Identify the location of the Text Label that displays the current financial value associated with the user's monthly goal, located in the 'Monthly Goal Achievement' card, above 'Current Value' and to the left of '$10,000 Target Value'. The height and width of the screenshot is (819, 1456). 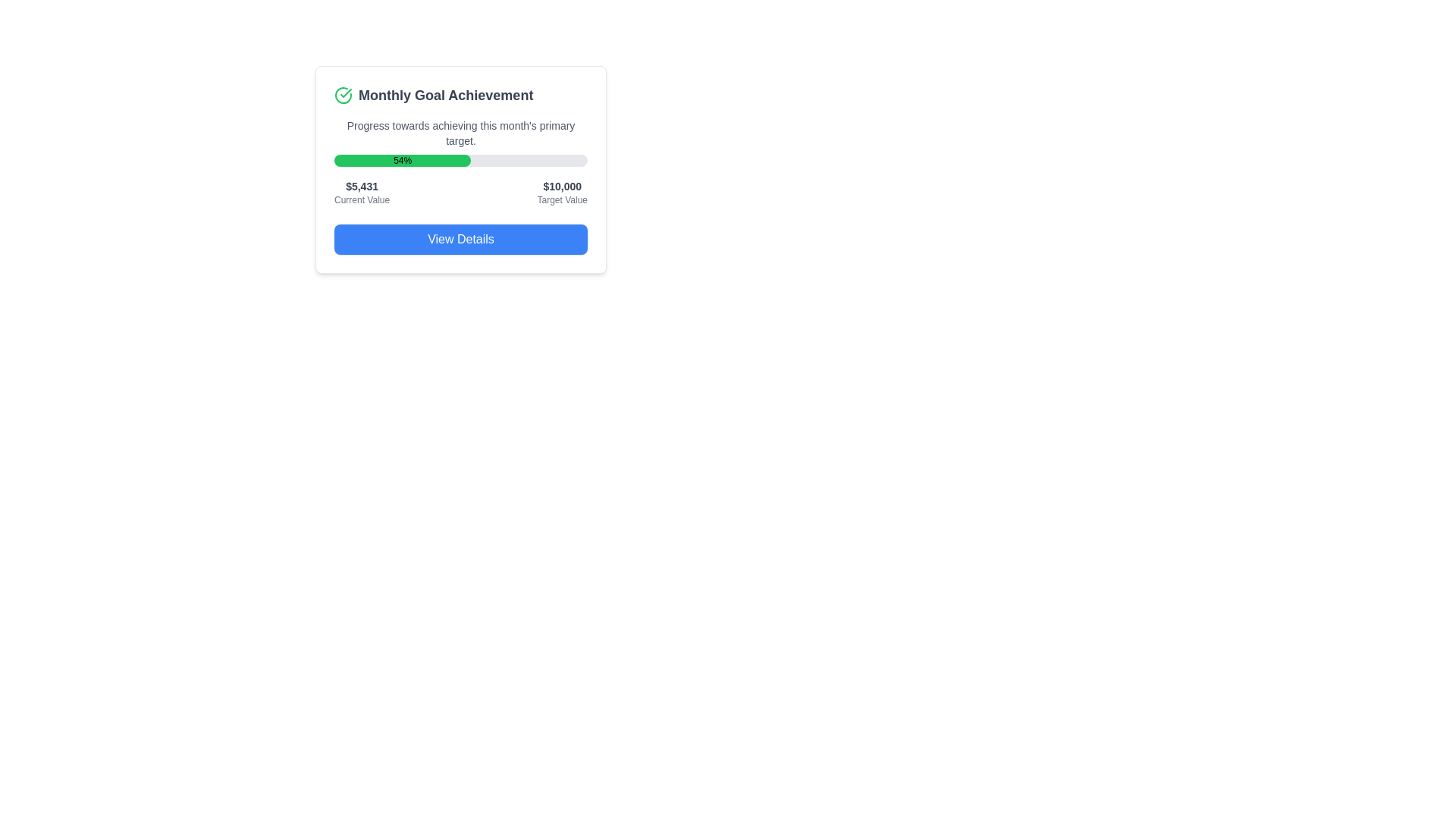
(361, 186).